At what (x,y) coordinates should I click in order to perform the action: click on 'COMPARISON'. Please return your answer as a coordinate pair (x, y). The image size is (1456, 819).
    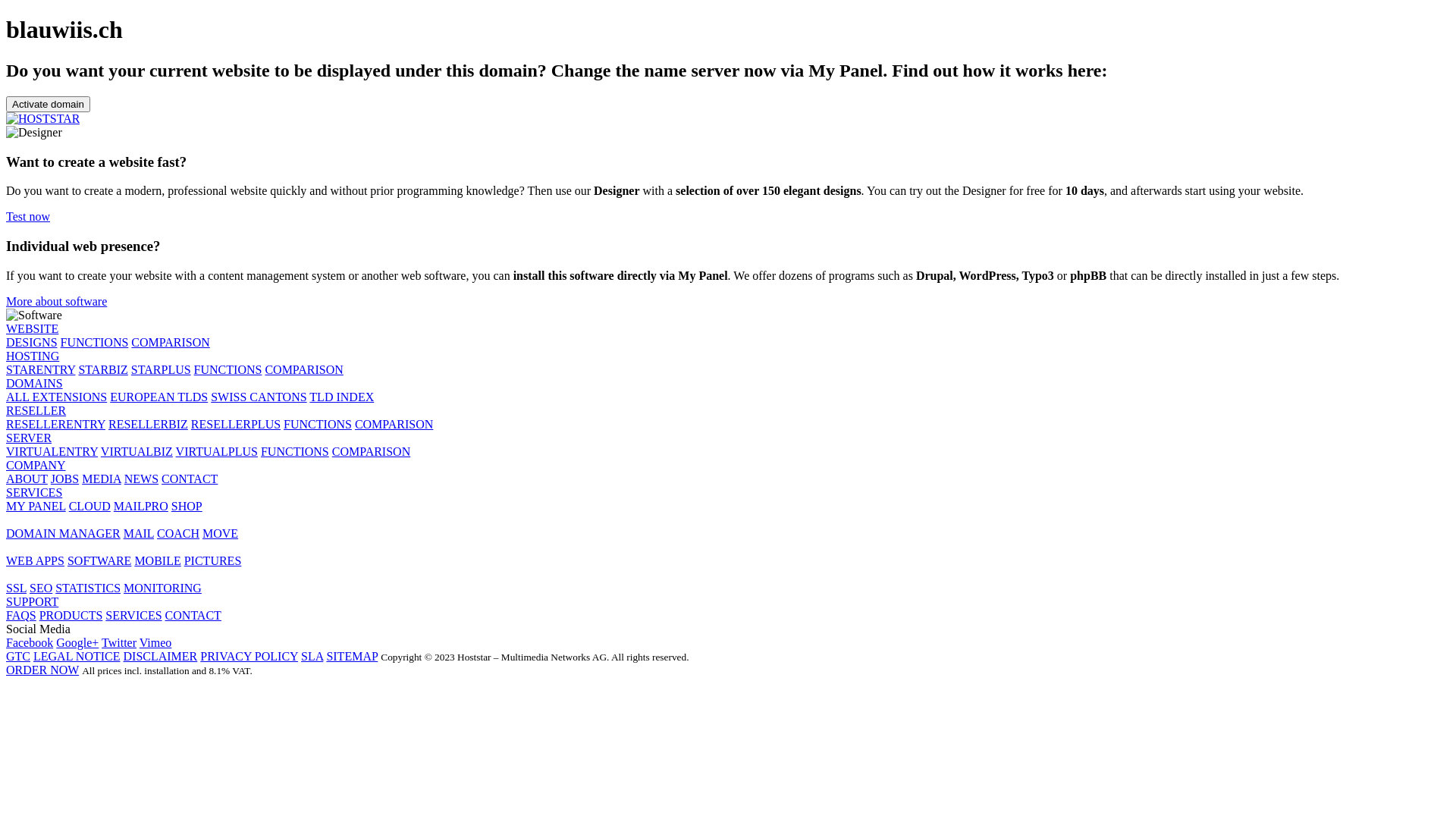
    Looking at the image, I should click on (170, 342).